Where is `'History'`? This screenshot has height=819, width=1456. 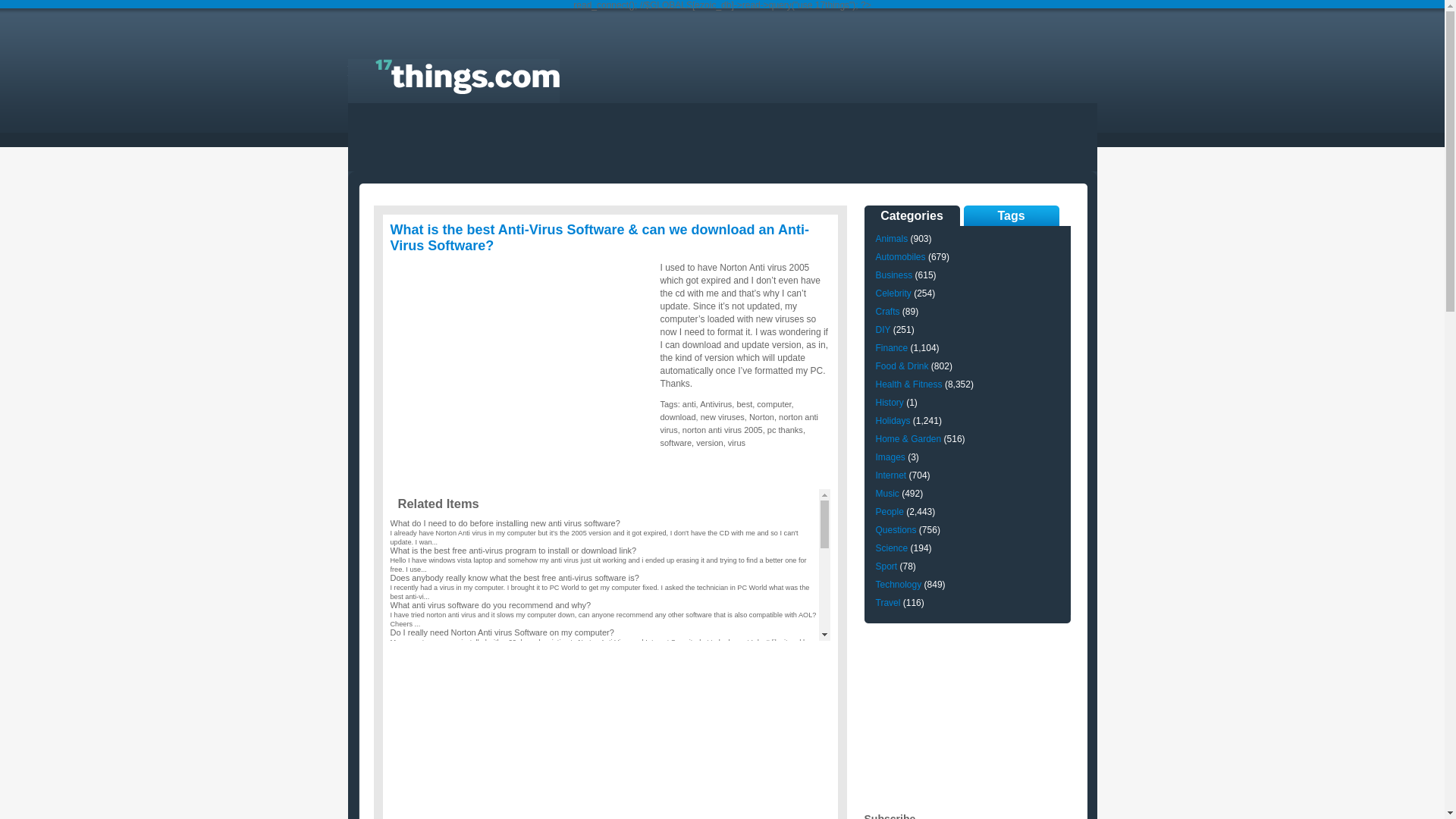
'History' is located at coordinates (889, 402).